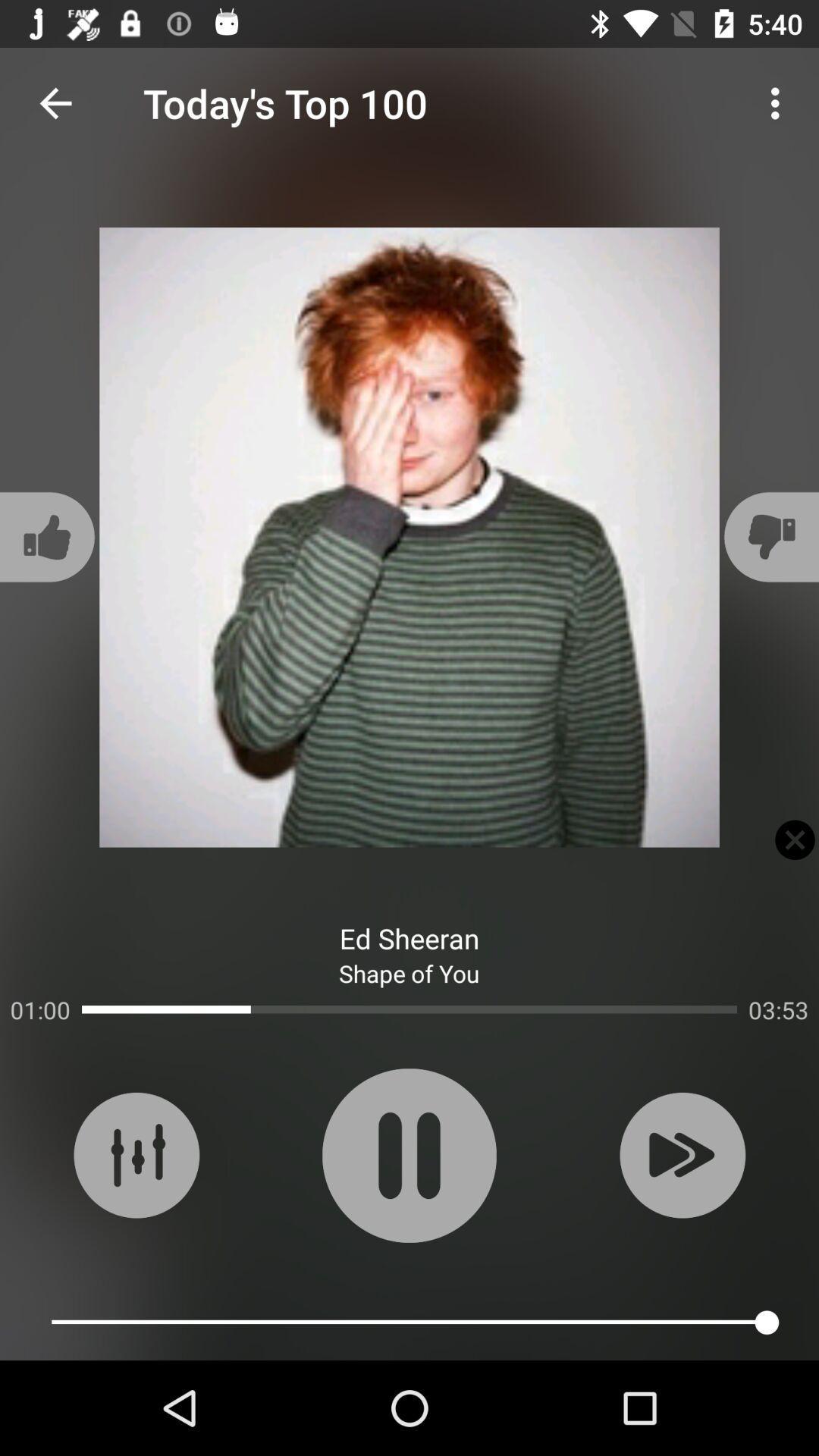  What do you see at coordinates (794, 839) in the screenshot?
I see `the close icon` at bounding box center [794, 839].